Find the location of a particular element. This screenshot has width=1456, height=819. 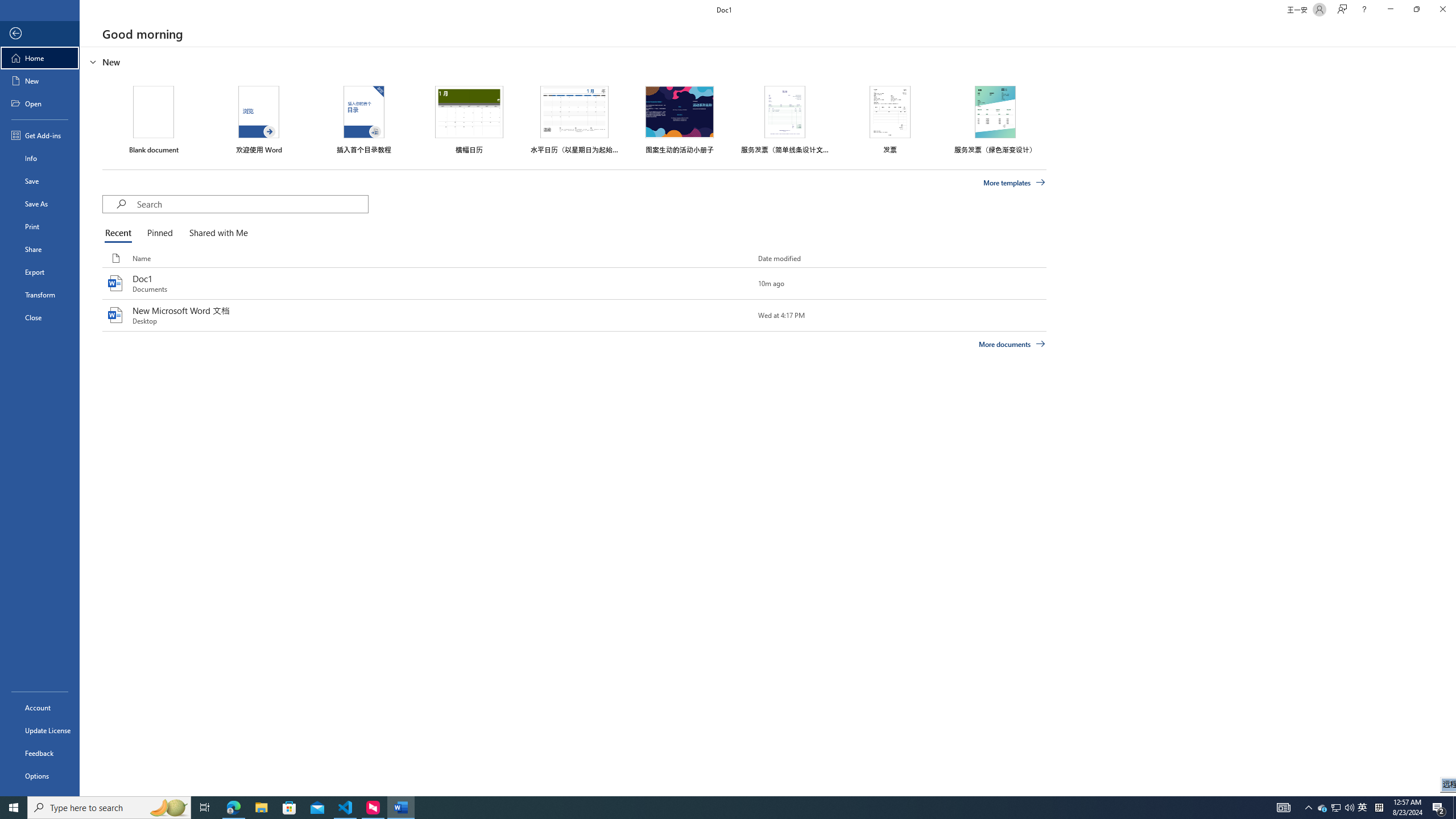

'Info' is located at coordinates (39, 157).